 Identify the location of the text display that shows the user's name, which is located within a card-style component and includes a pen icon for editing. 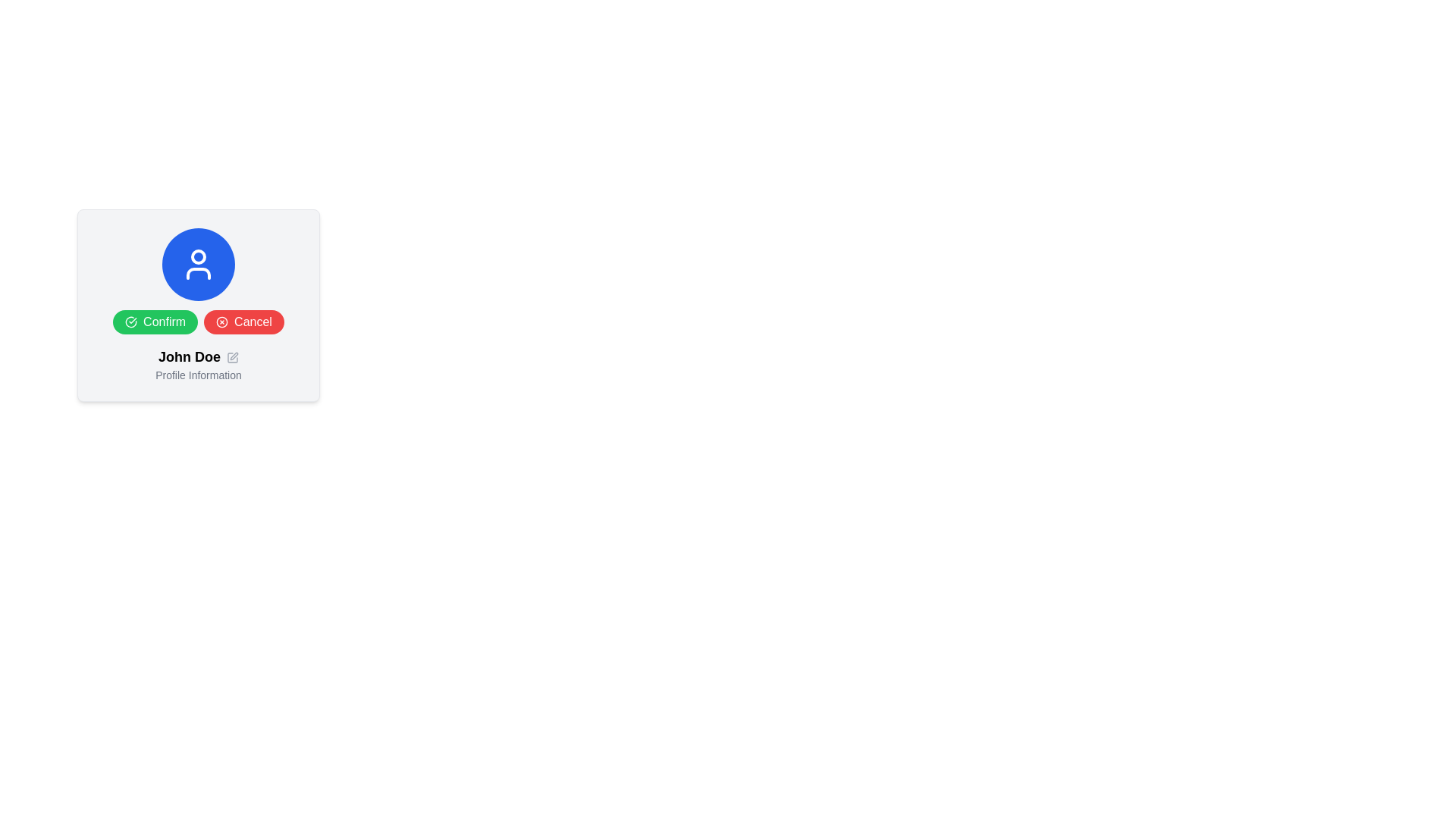
(198, 365).